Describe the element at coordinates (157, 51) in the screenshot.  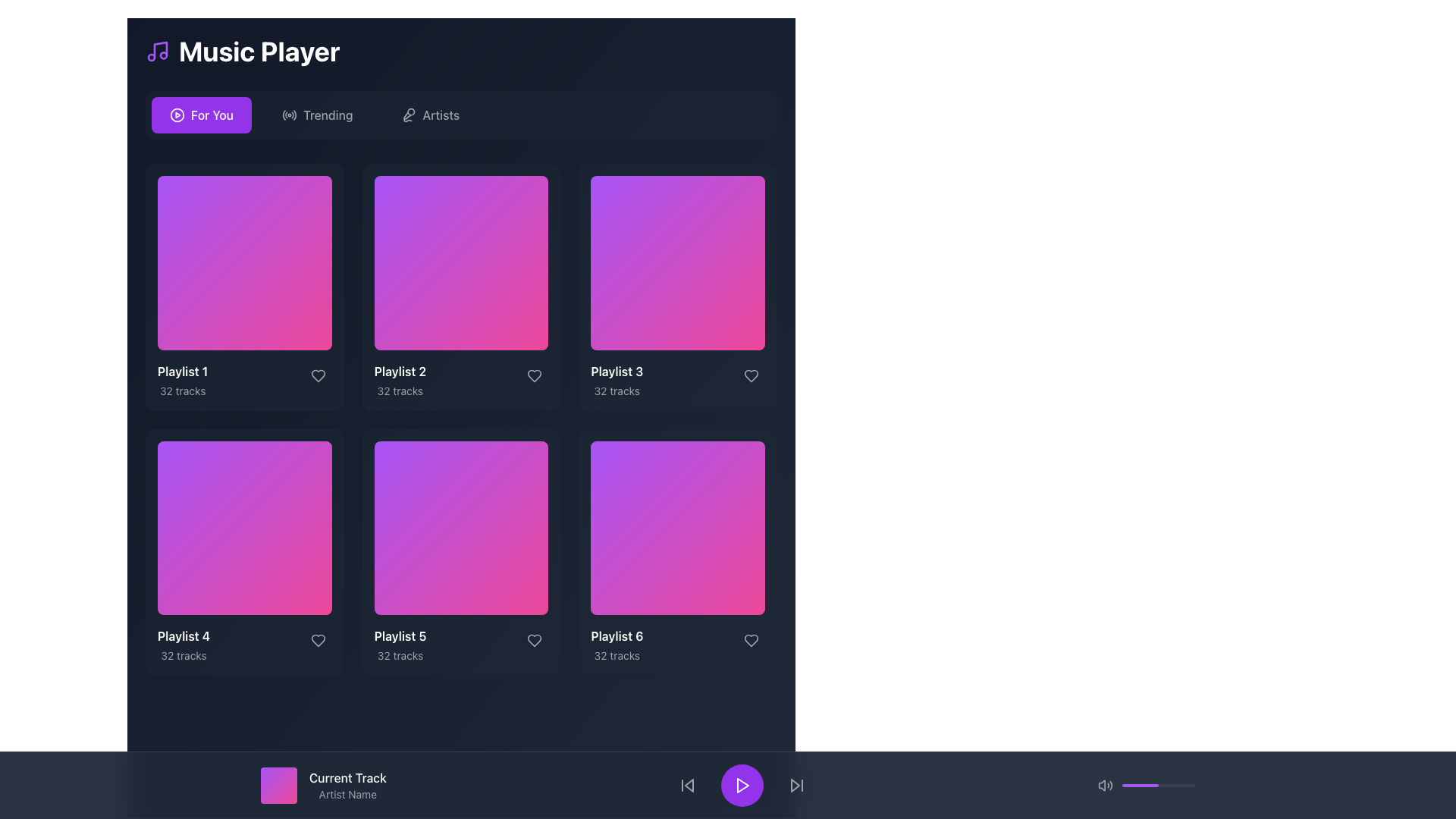
I see `the purple music note icon located at the top-left corner of the interface, adjacent to the 'Music Player' text` at that location.